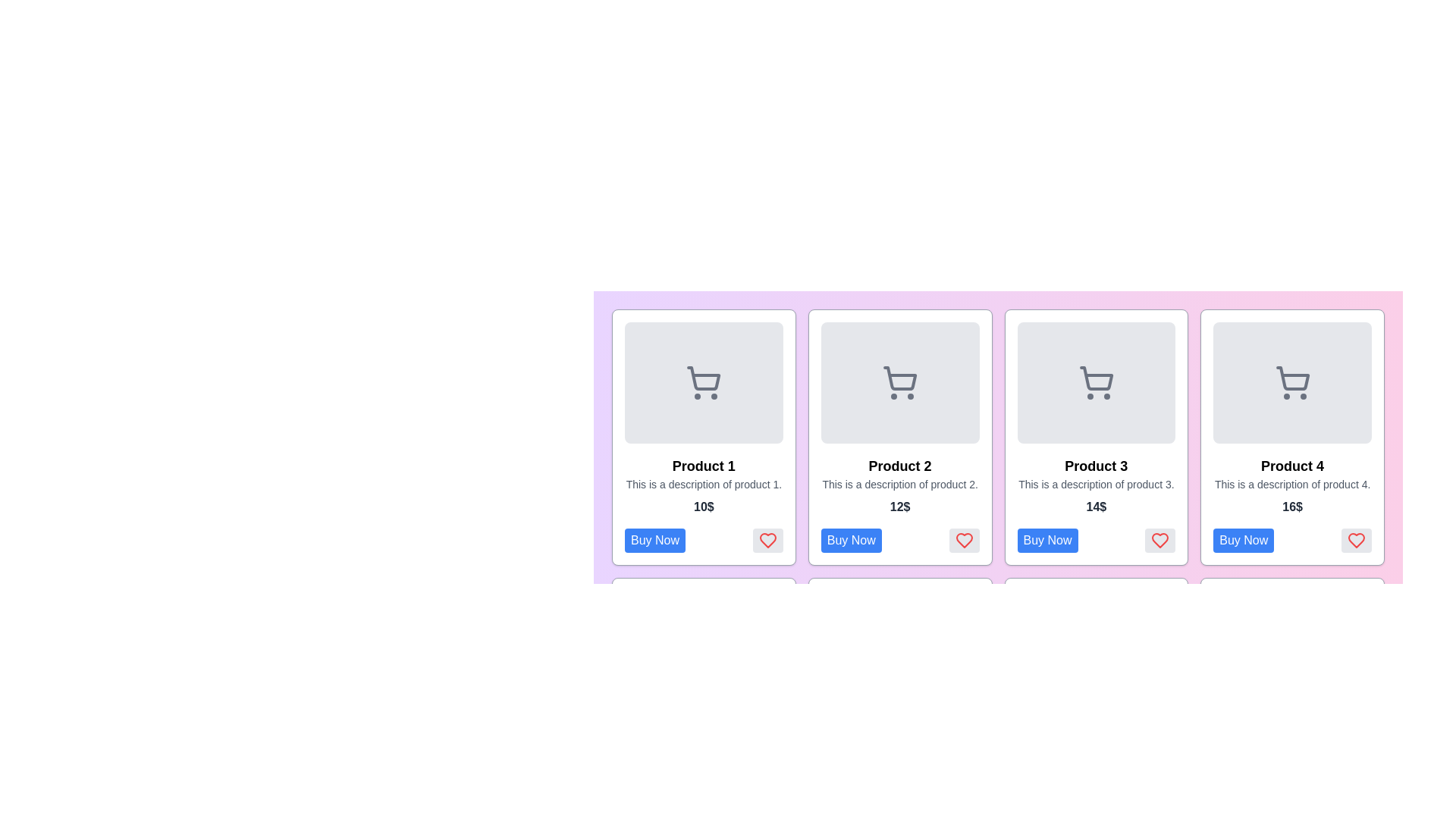 The width and height of the screenshot is (1456, 819). What do you see at coordinates (1046, 540) in the screenshot?
I see `the purchase button for 'Product 3' located below its description and price, which is the third button from the left in a row of four products` at bounding box center [1046, 540].